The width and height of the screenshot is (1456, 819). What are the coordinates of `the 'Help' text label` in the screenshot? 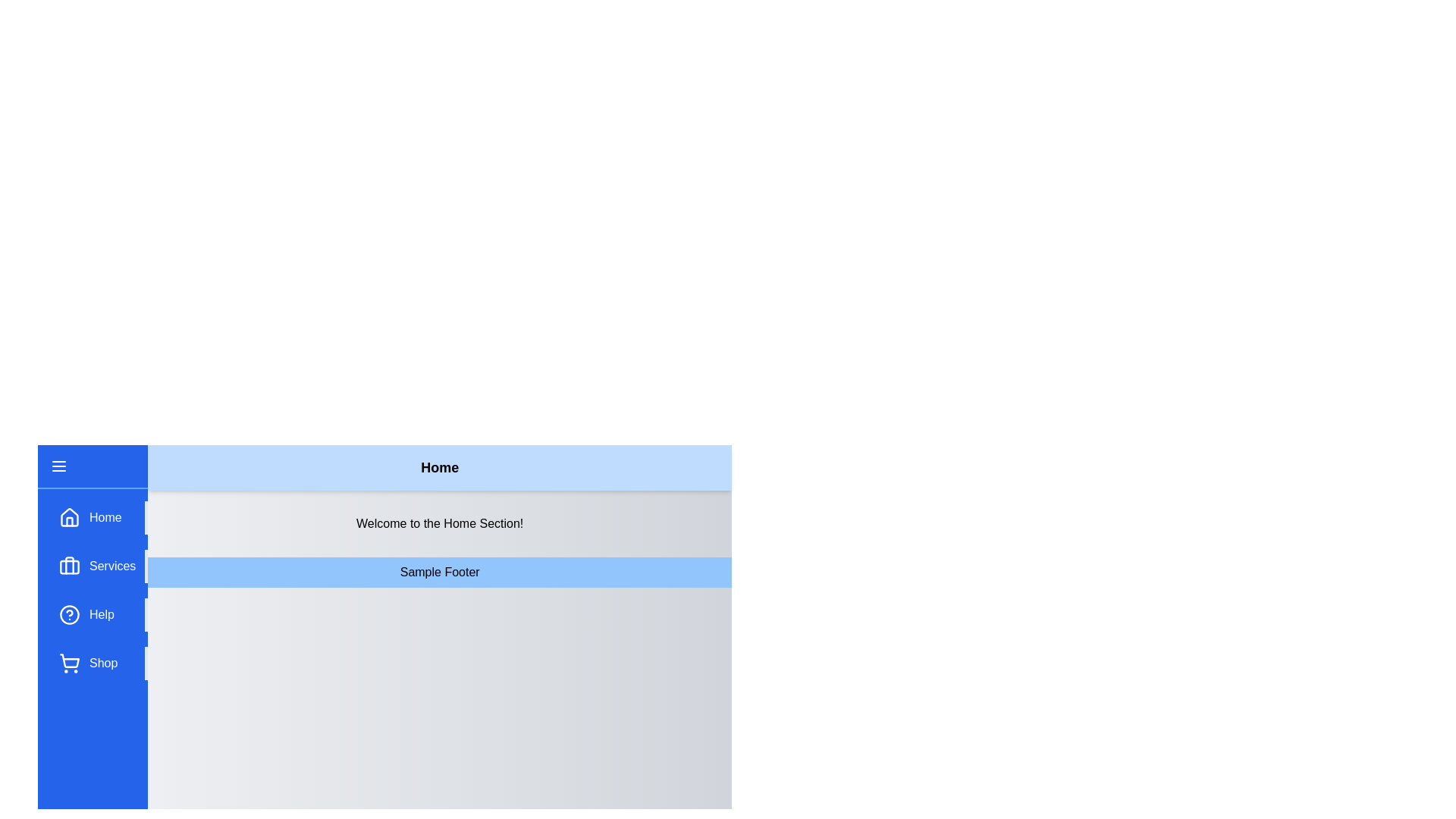 It's located at (101, 614).